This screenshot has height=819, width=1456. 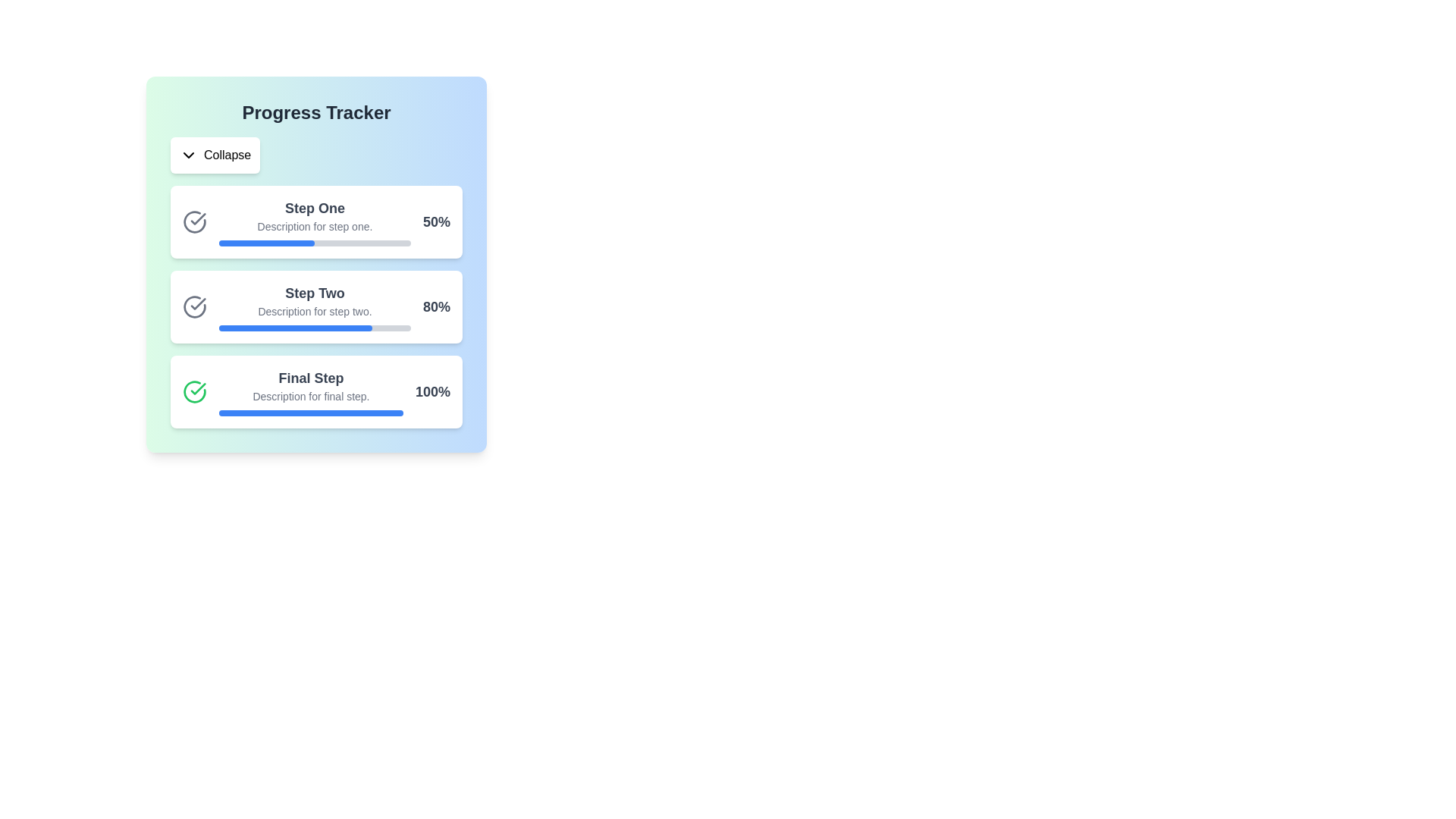 I want to click on text label that displays 'Description for step one.' positioned directly beneath the main header 'Step One' in the progress tracker, so click(x=314, y=227).